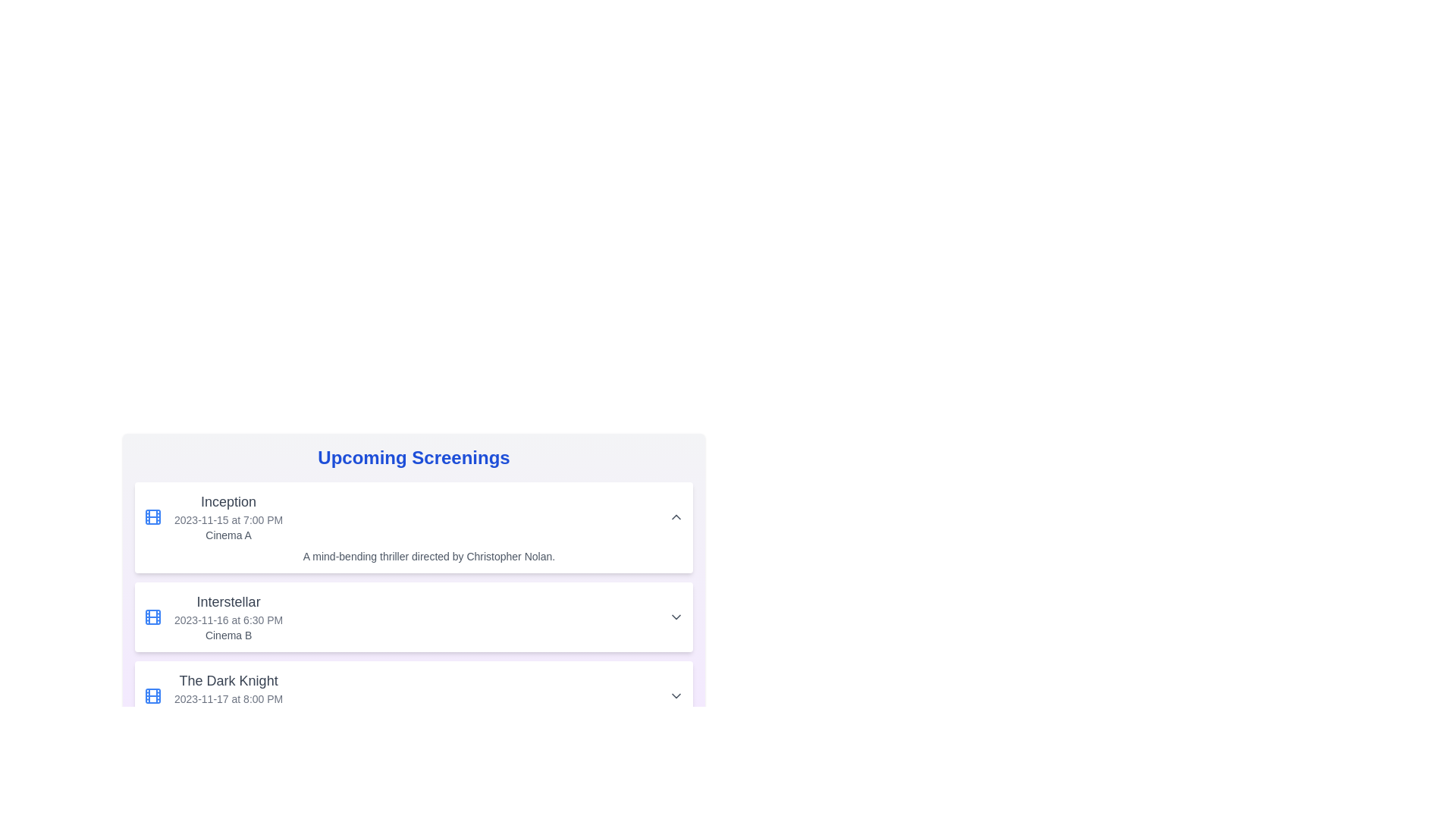  Describe the element at coordinates (152, 696) in the screenshot. I see `the filmstrip icon with a blue outline and white fill located to the left of the text 'The Dark Knight' in the 'Upcoming Screenings' section` at that location.